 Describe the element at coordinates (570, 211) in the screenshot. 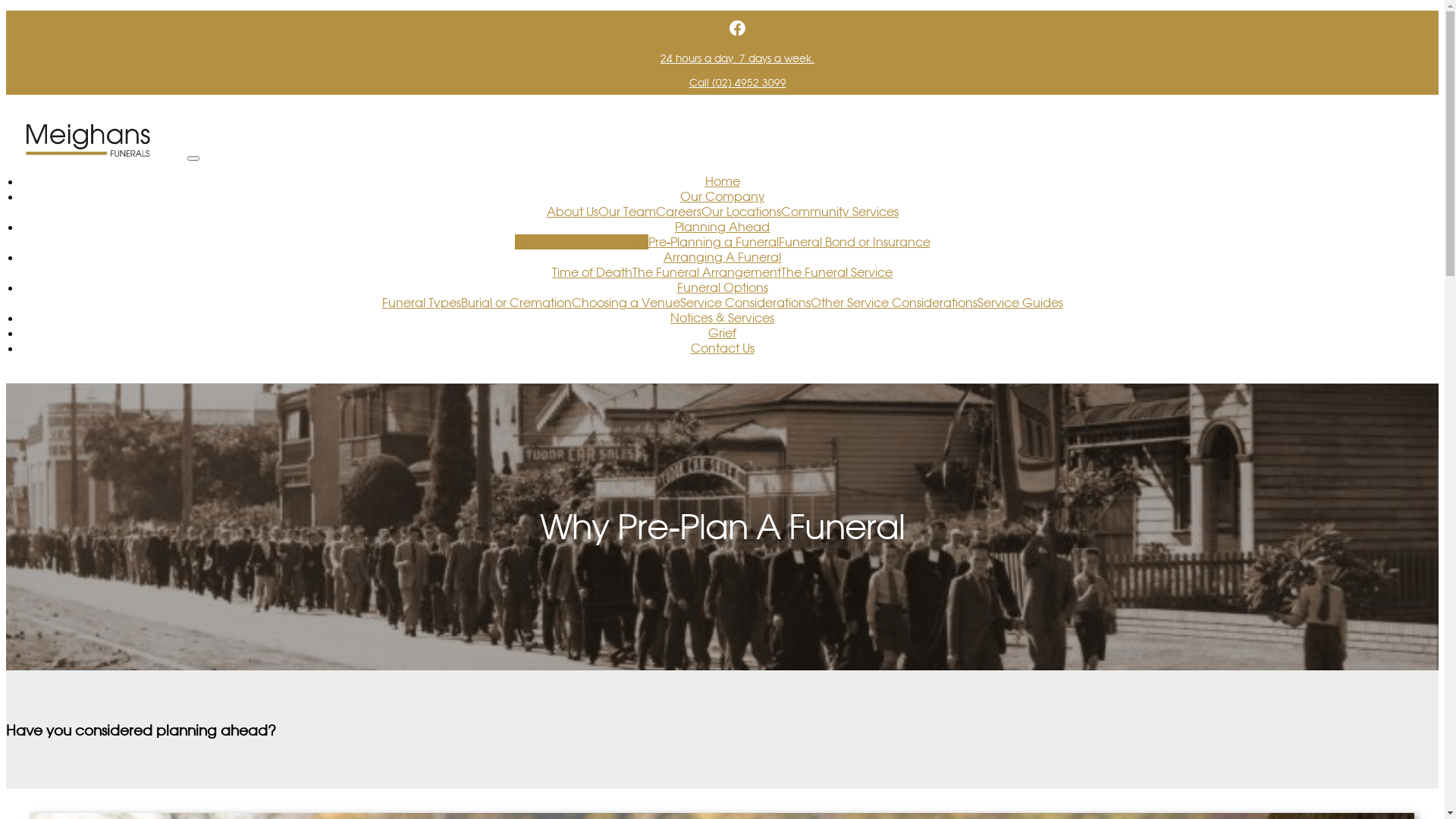

I see `'About Us'` at that location.